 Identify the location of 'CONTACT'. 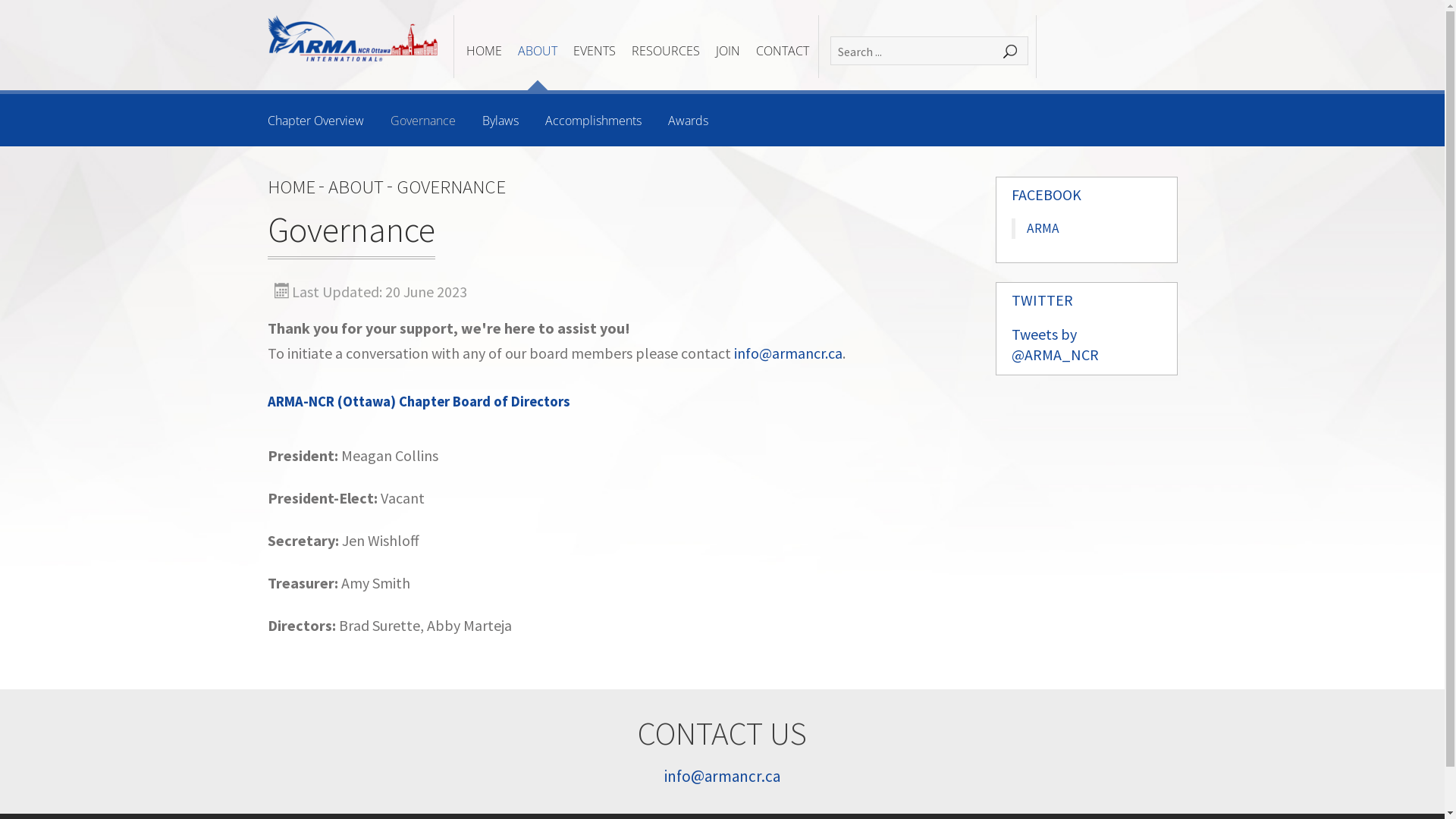
(782, 50).